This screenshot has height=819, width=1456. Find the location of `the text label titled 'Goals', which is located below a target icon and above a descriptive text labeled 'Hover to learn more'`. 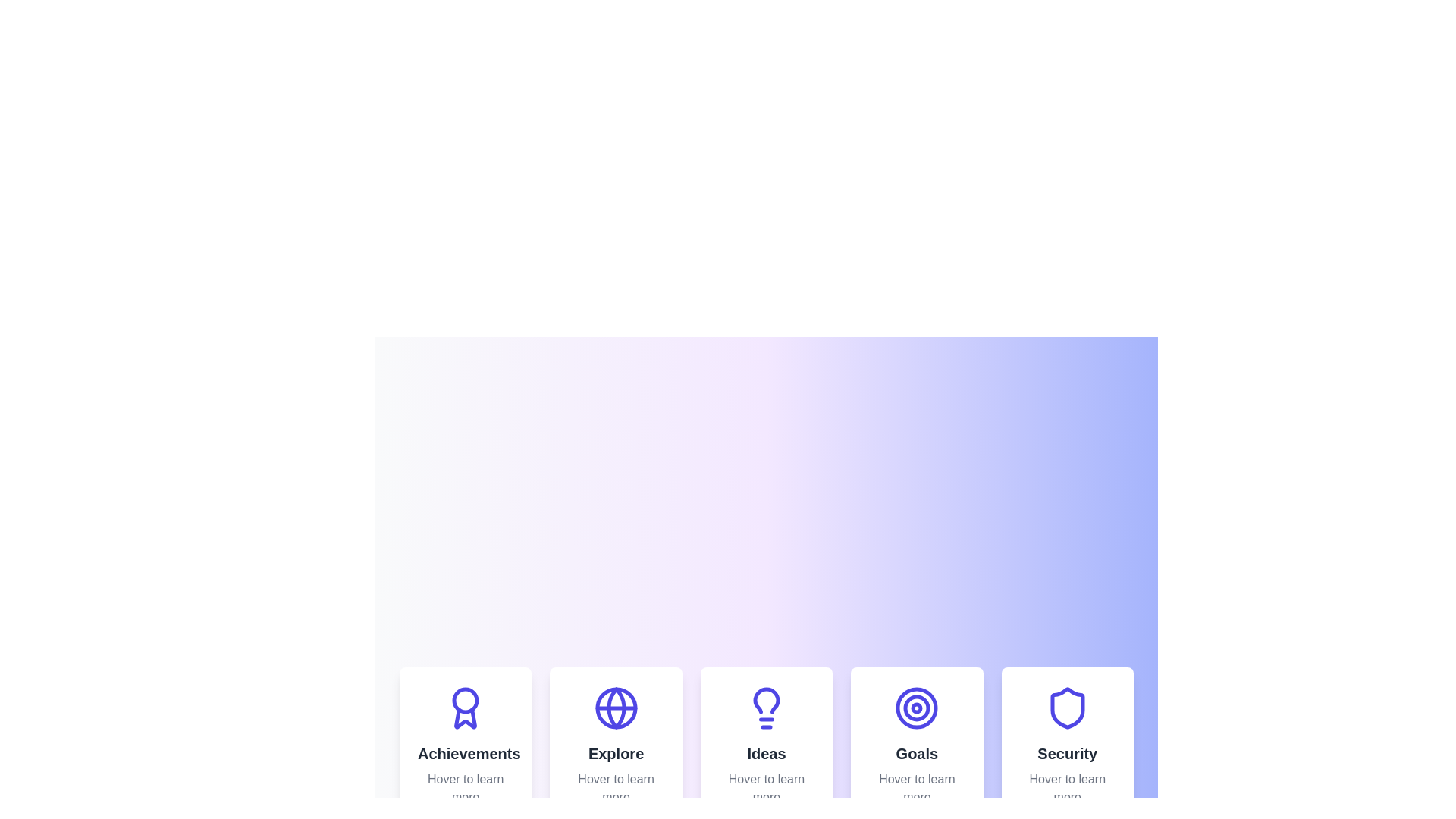

the text label titled 'Goals', which is located below a target icon and above a descriptive text labeled 'Hover to learn more' is located at coordinates (916, 754).